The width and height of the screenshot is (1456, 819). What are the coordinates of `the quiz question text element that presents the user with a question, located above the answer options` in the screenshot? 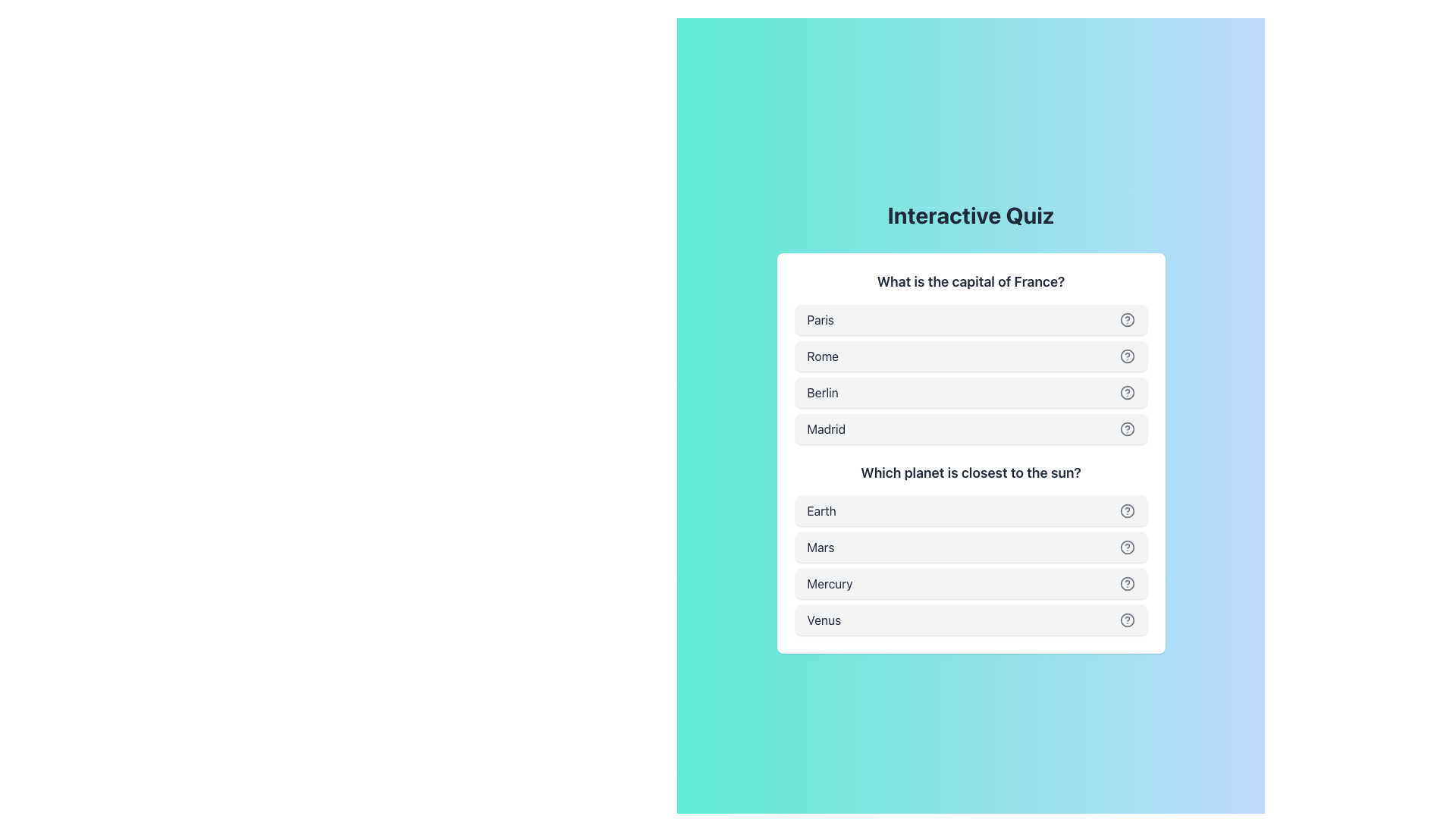 It's located at (971, 281).